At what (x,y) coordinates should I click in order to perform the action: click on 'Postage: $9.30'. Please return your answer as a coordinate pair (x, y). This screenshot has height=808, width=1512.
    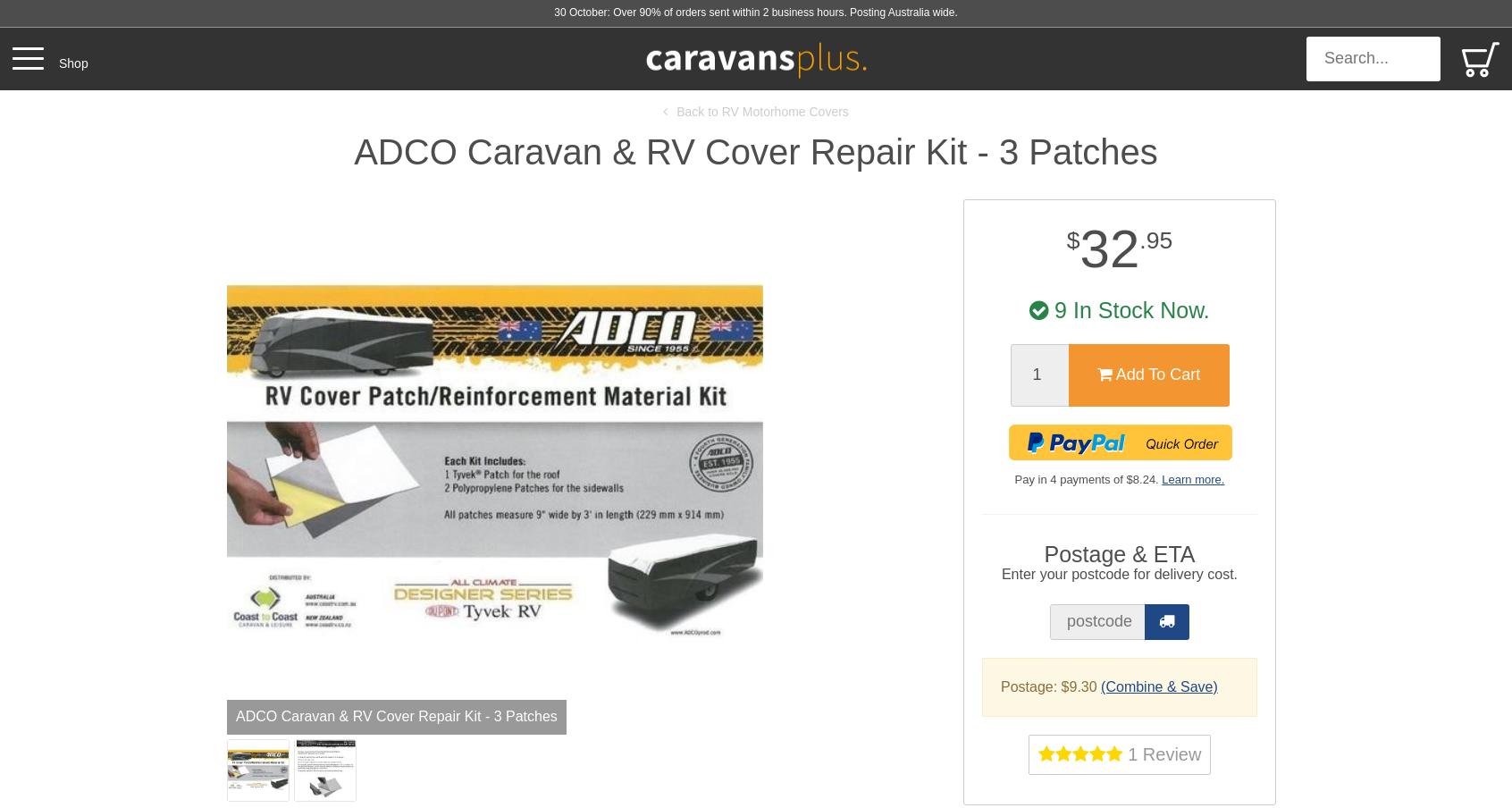
    Looking at the image, I should click on (1049, 686).